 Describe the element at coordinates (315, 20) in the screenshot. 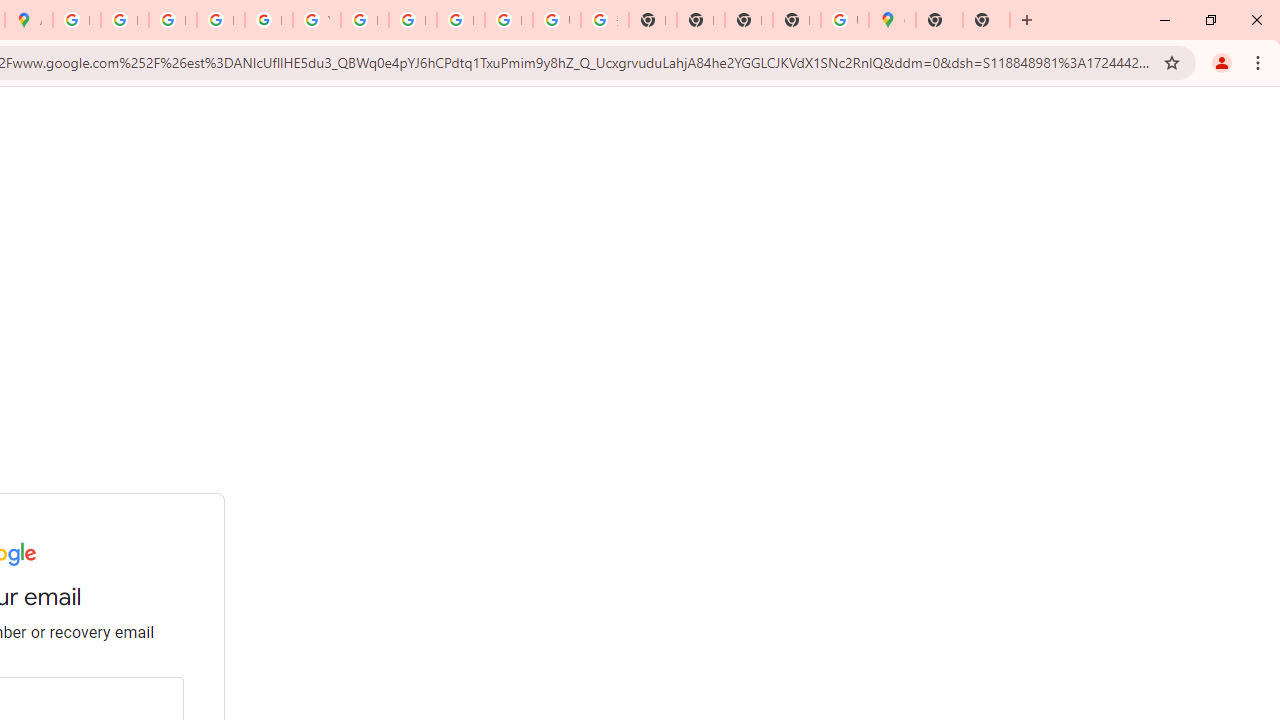

I see `'YouTube'` at that location.